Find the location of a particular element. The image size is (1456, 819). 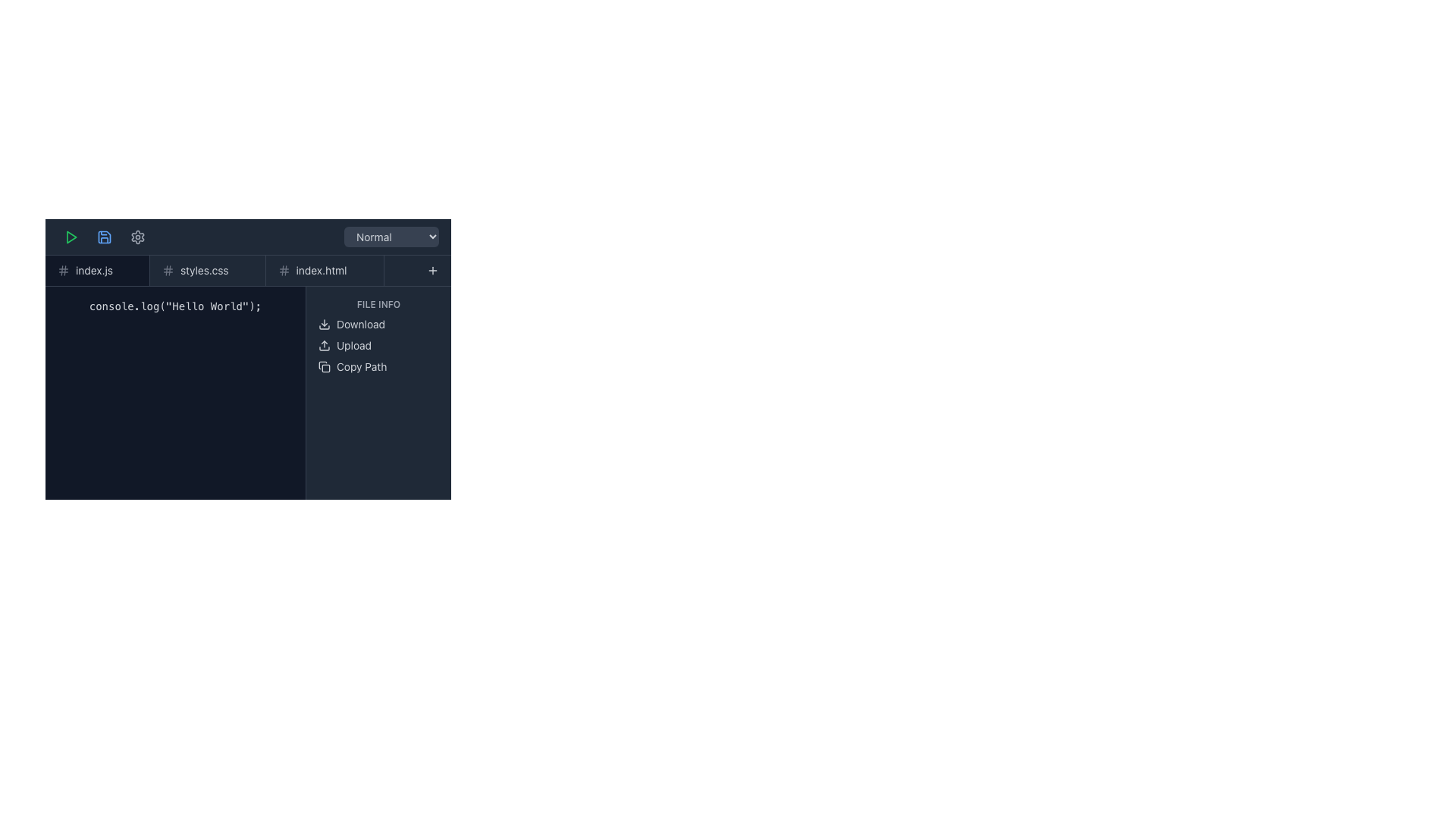

the 'index.js' tab item which has a dark background and a light text label, positioned as the leftmost tab is located at coordinates (97, 270).